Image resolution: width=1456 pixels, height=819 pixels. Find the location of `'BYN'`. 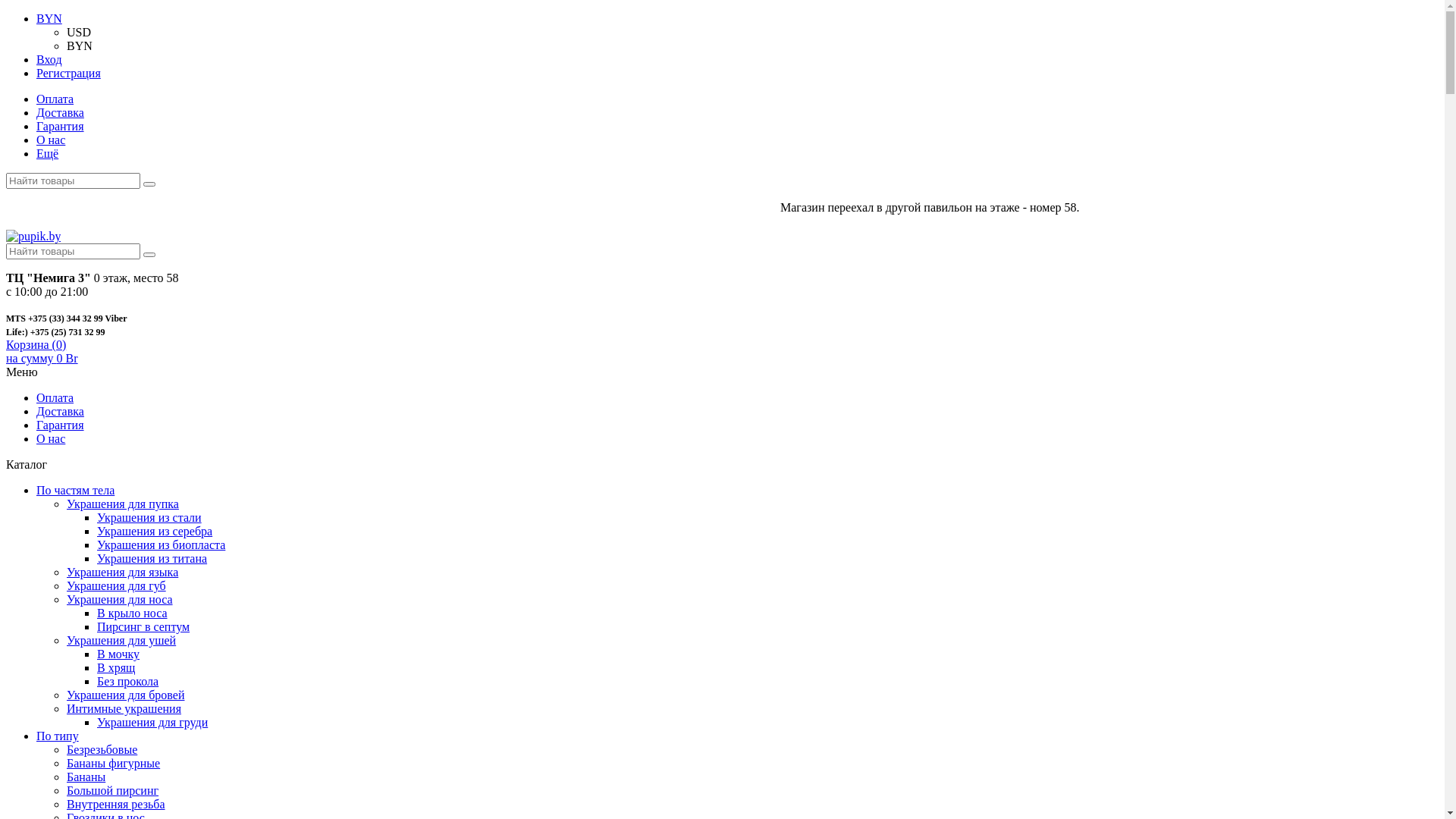

'BYN' is located at coordinates (65, 45).